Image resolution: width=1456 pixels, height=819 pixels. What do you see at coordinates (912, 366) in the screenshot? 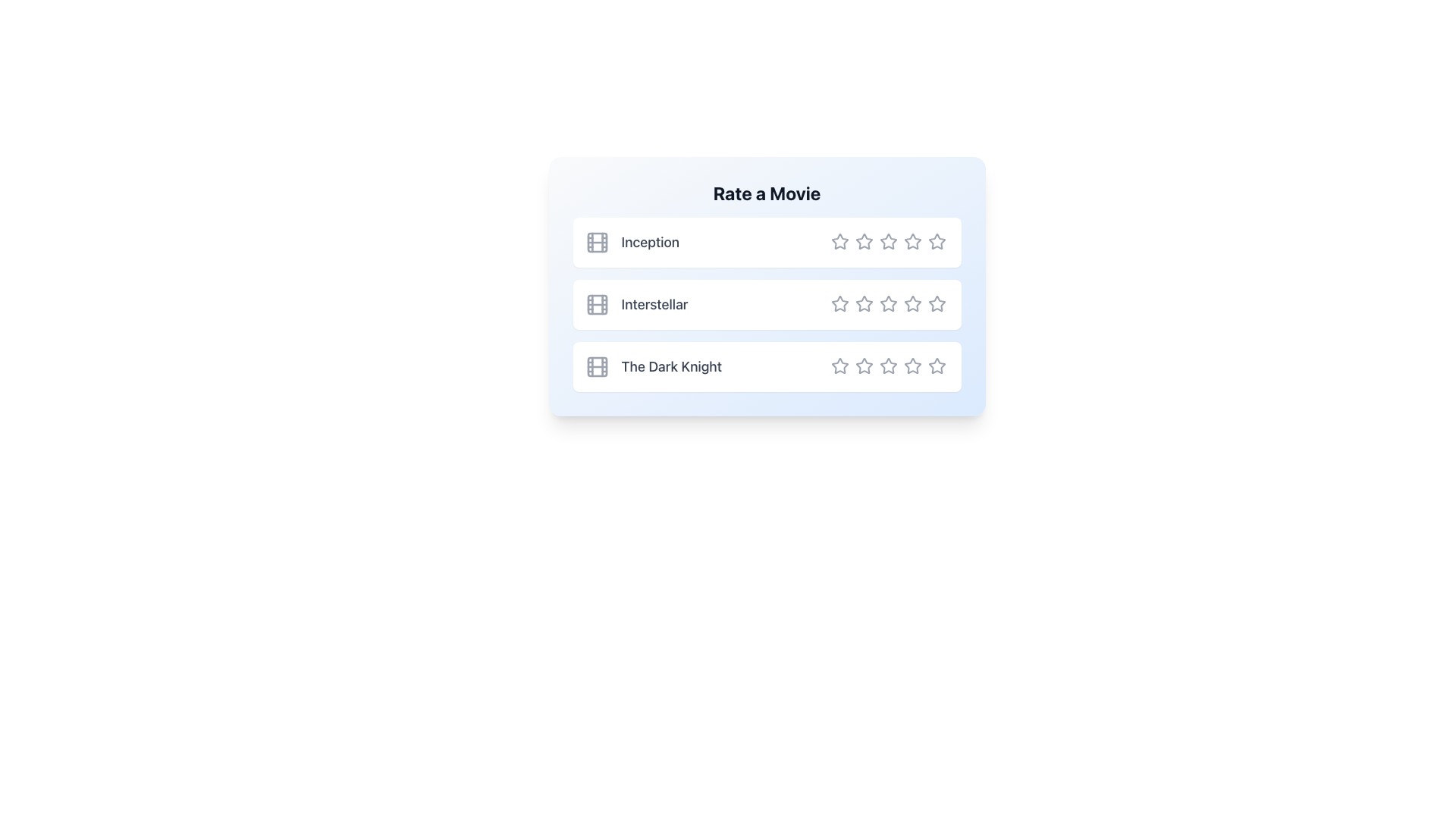
I see `on the fourth star icon in the five-star rating system for 'The Dark Knight'` at bounding box center [912, 366].